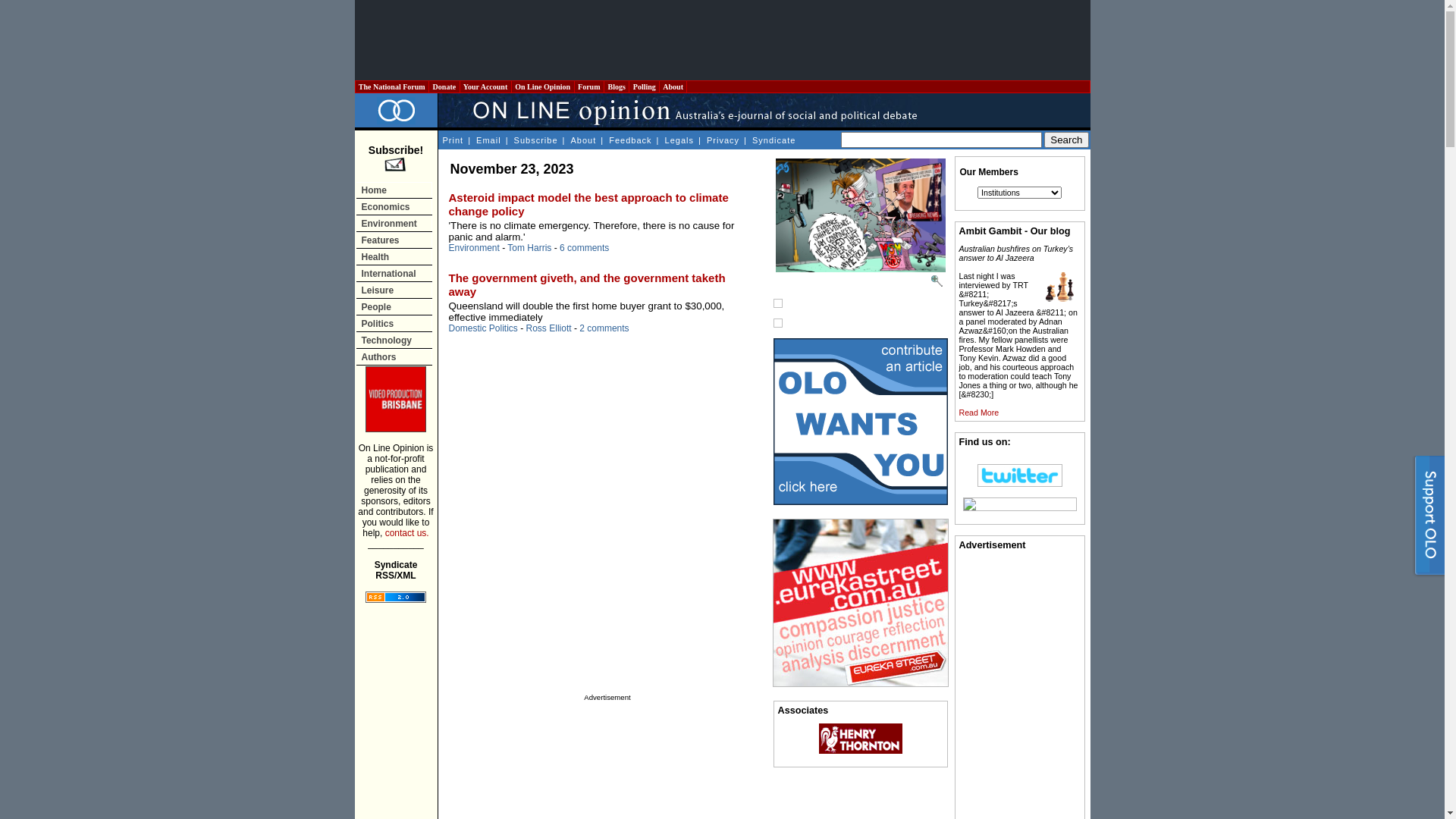 The width and height of the screenshot is (1456, 819). Describe the element at coordinates (512, 140) in the screenshot. I see `'Subscribe'` at that location.